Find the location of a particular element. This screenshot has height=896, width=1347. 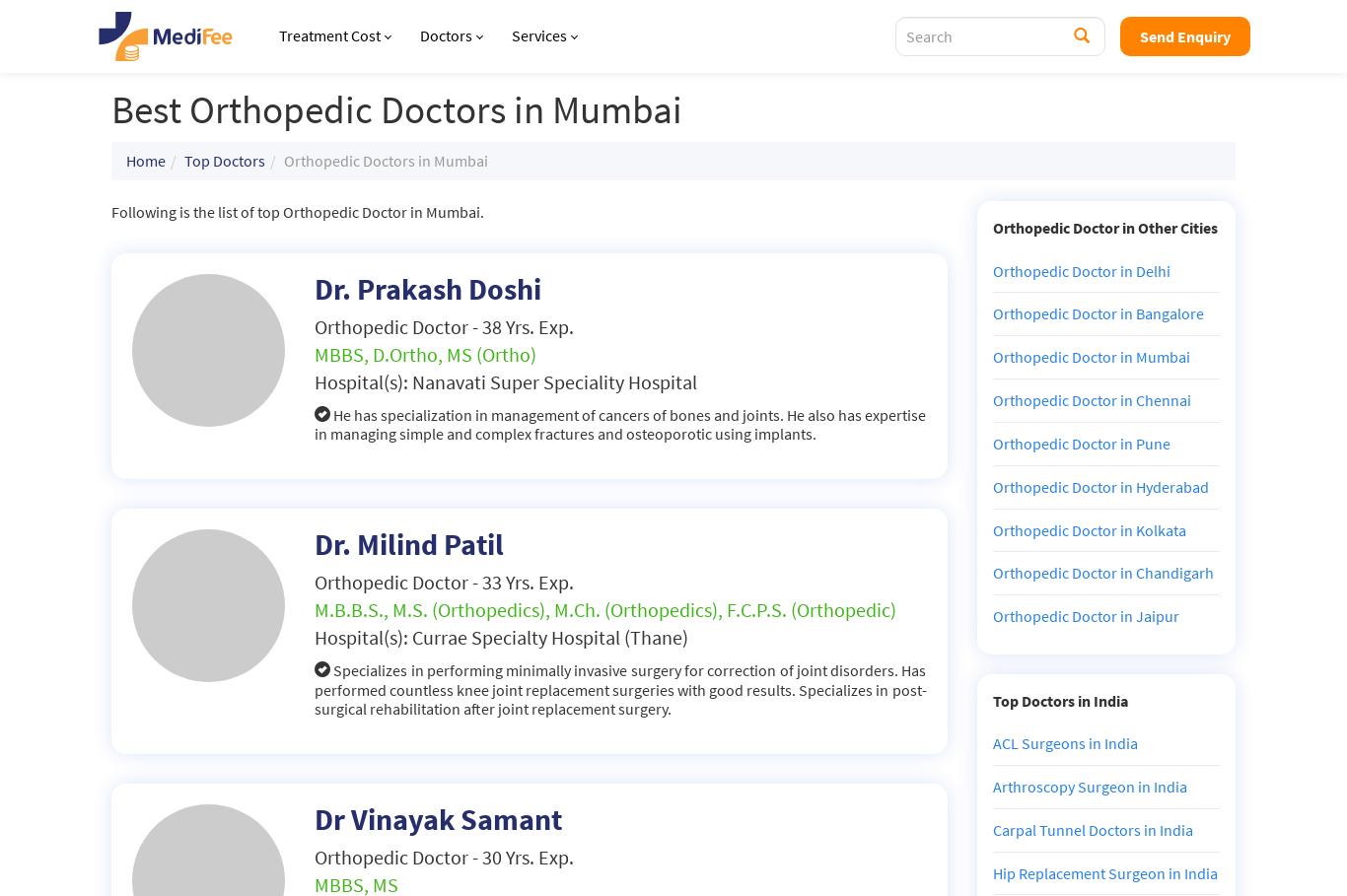

'Orthopedic Doctor in Mumbai' is located at coordinates (1090, 355).